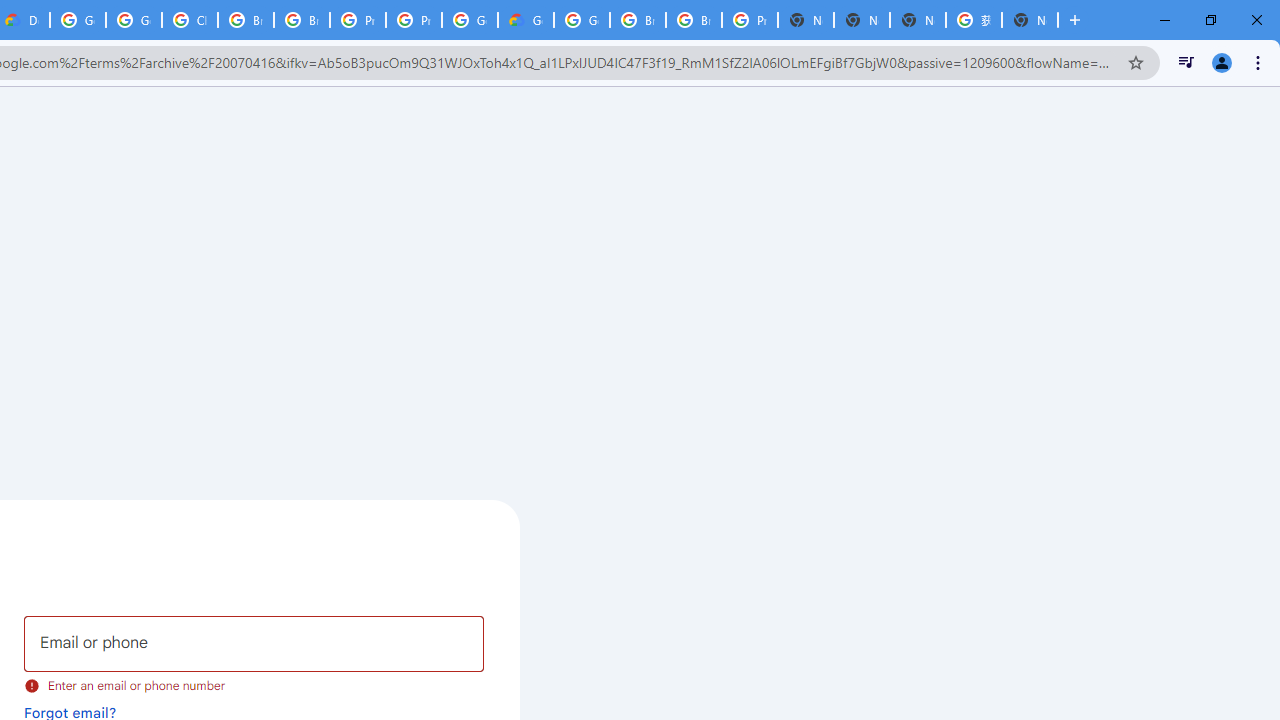 This screenshot has height=720, width=1280. I want to click on 'Browse Chrome as a guest - Computer - Google Chrome Help', so click(637, 20).